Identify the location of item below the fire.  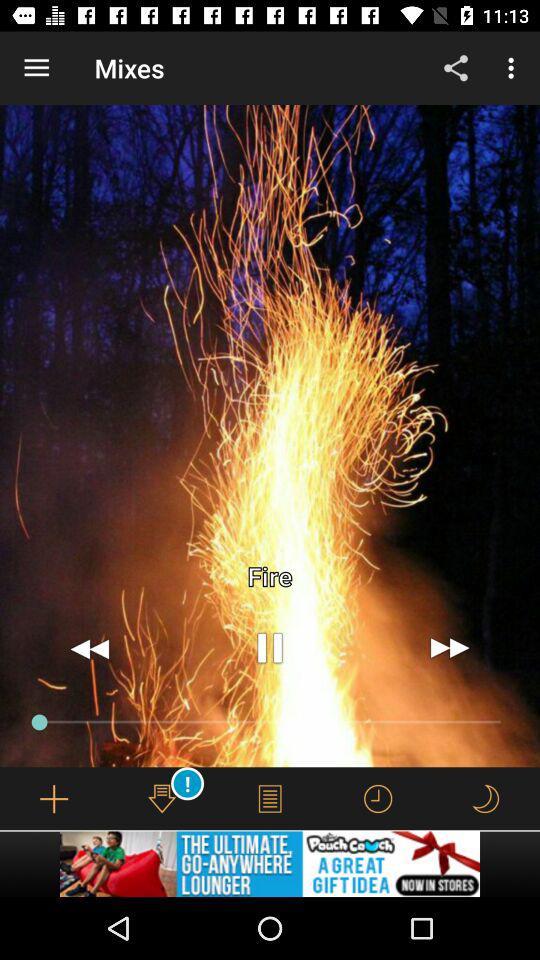
(449, 647).